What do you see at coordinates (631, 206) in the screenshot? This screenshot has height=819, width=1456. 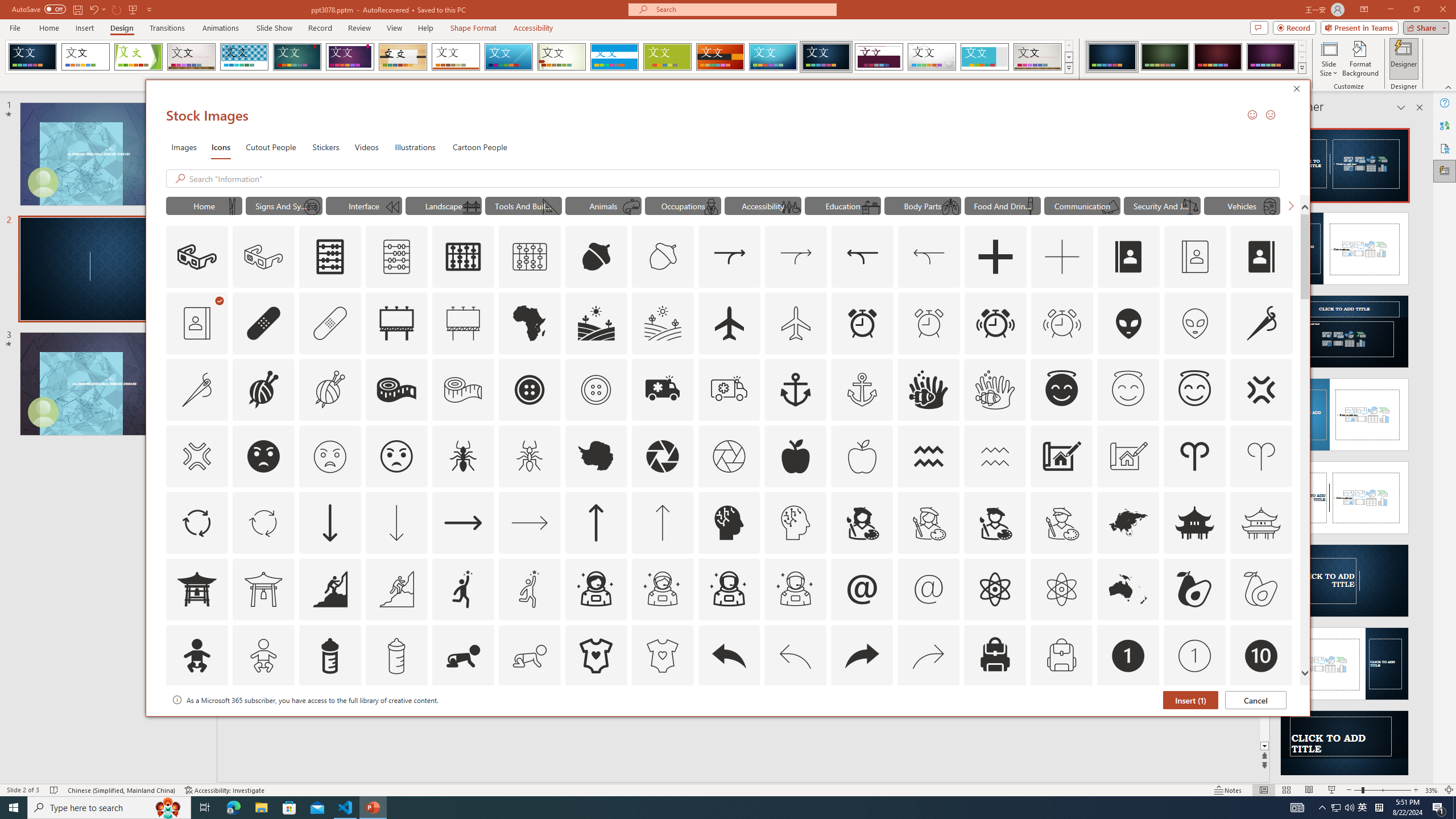 I see `'AutomationID: Icons_Whale_M'` at bounding box center [631, 206].